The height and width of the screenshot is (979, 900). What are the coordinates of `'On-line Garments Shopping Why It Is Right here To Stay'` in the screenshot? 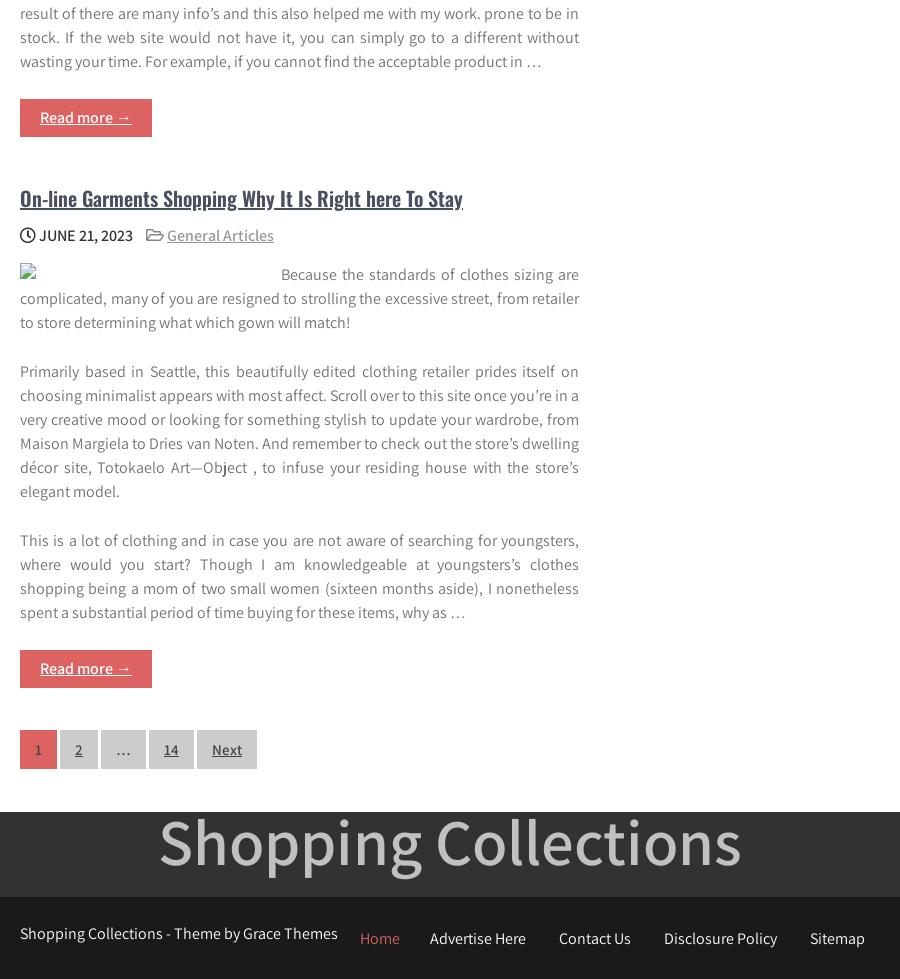 It's located at (240, 196).